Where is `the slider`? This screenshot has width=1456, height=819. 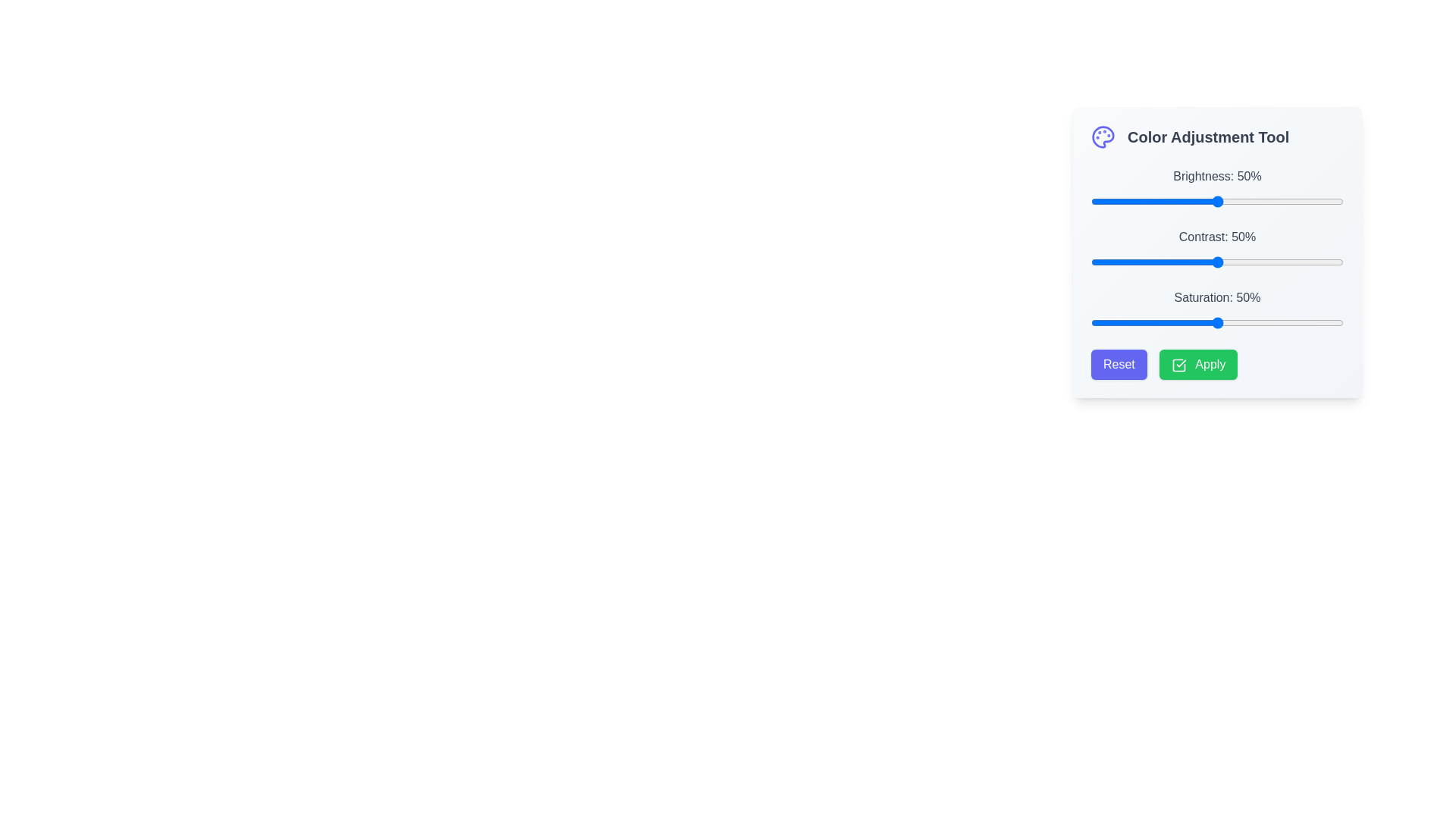 the slider is located at coordinates (1255, 322).